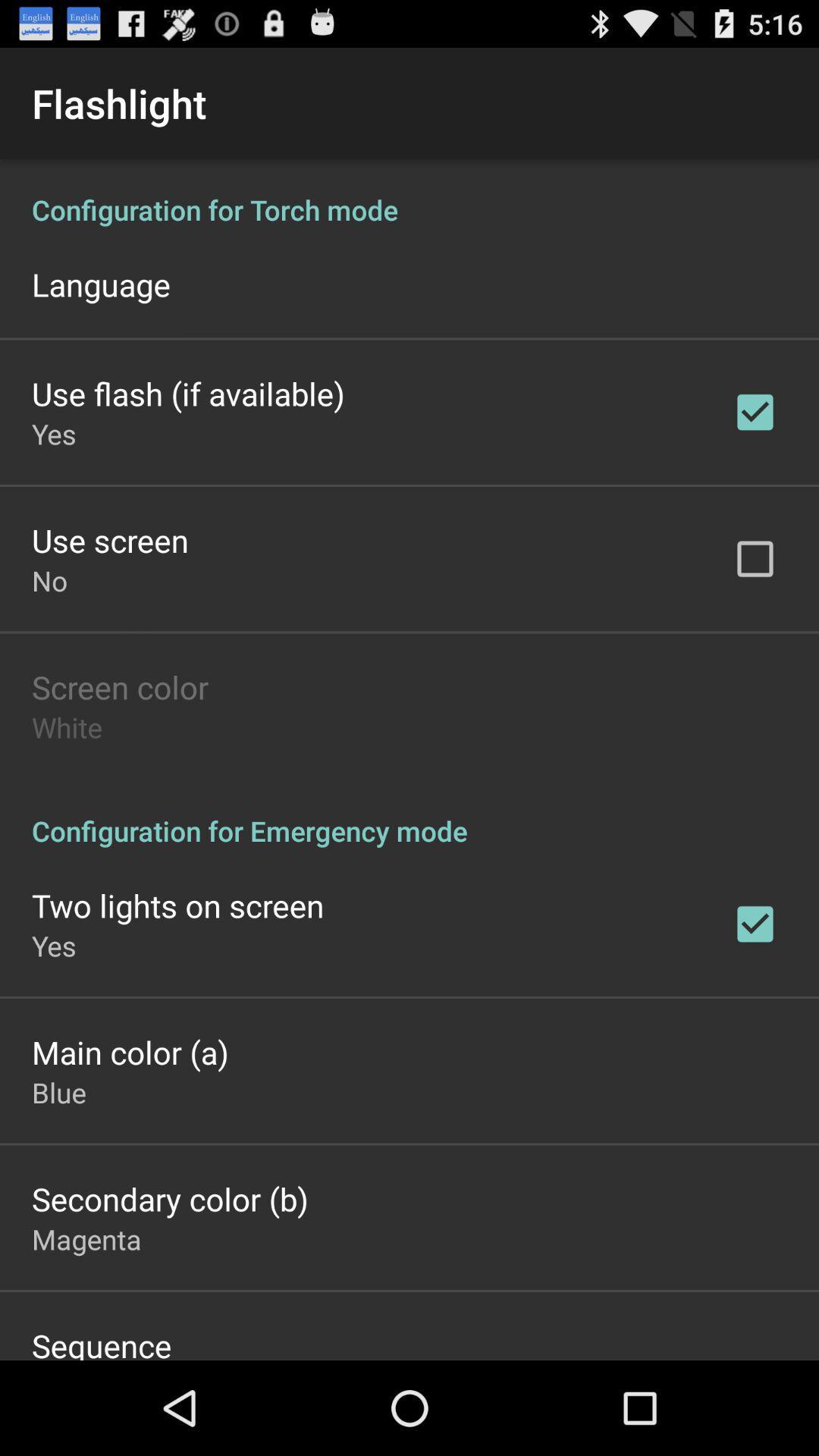 This screenshot has width=819, height=1456. What do you see at coordinates (49, 579) in the screenshot?
I see `the no item` at bounding box center [49, 579].